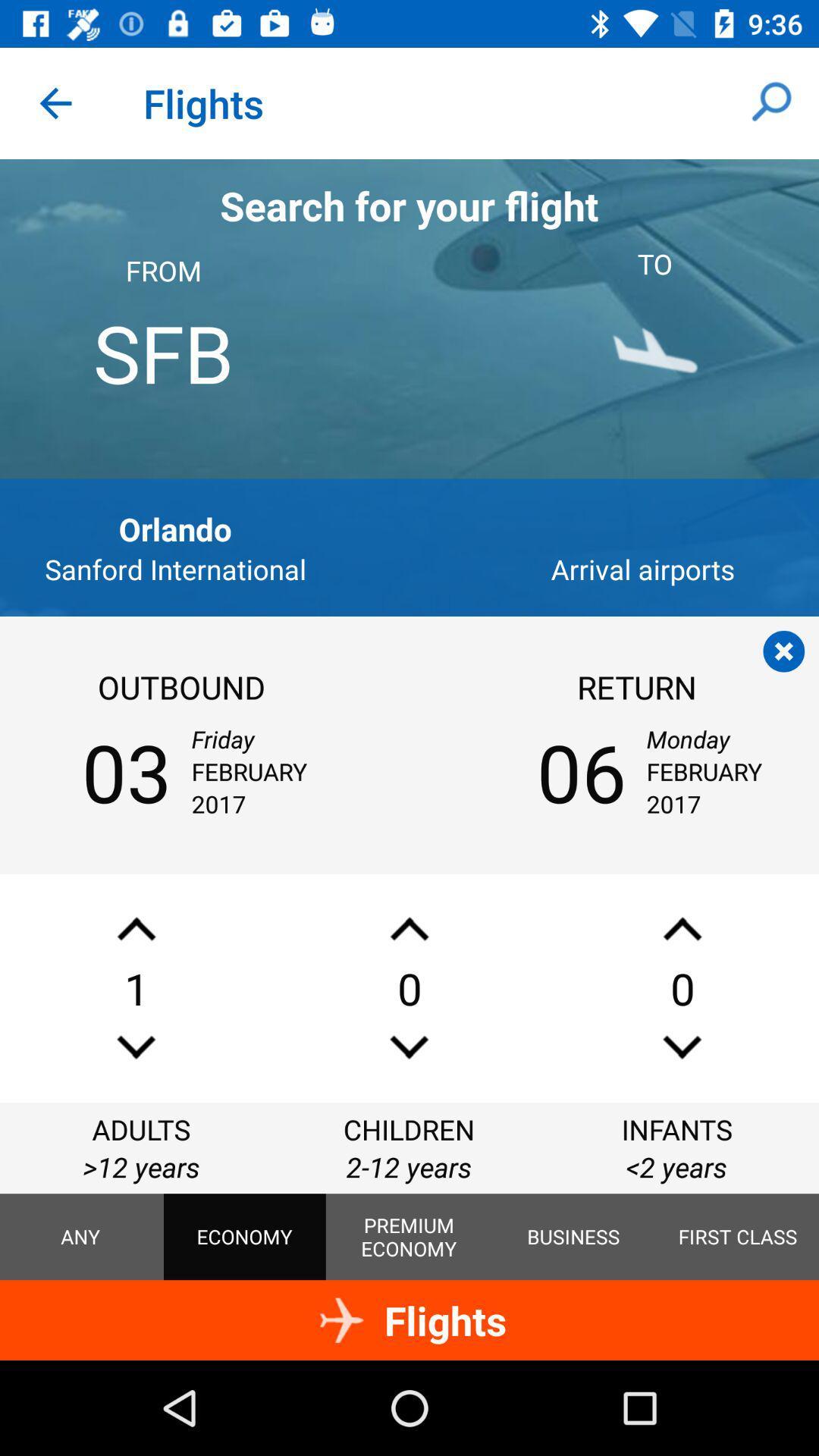 The height and width of the screenshot is (1456, 819). Describe the element at coordinates (681, 928) in the screenshot. I see `decrease number` at that location.